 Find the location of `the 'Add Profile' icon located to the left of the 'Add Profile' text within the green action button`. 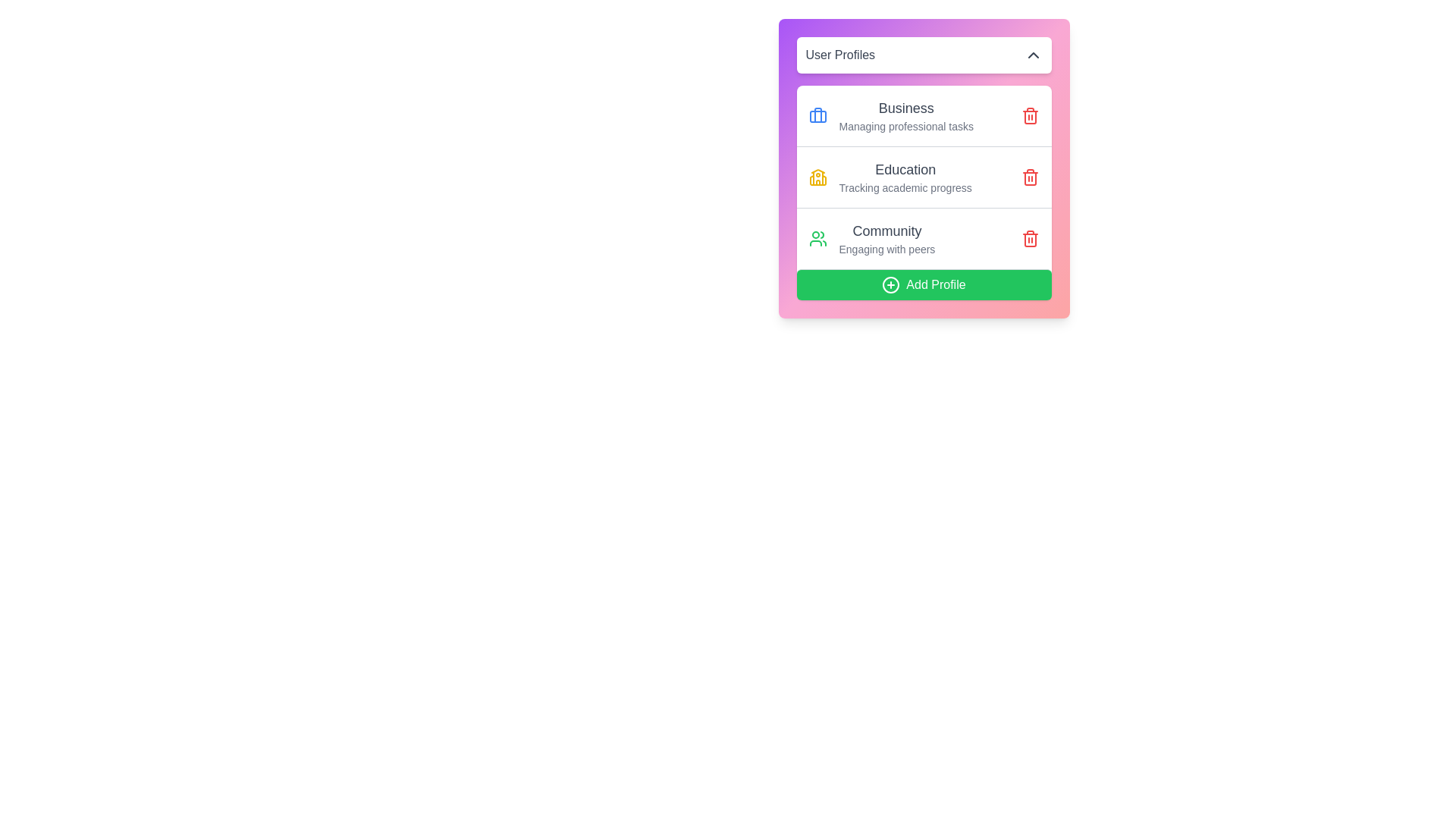

the 'Add Profile' icon located to the left of the 'Add Profile' text within the green action button is located at coordinates (891, 284).